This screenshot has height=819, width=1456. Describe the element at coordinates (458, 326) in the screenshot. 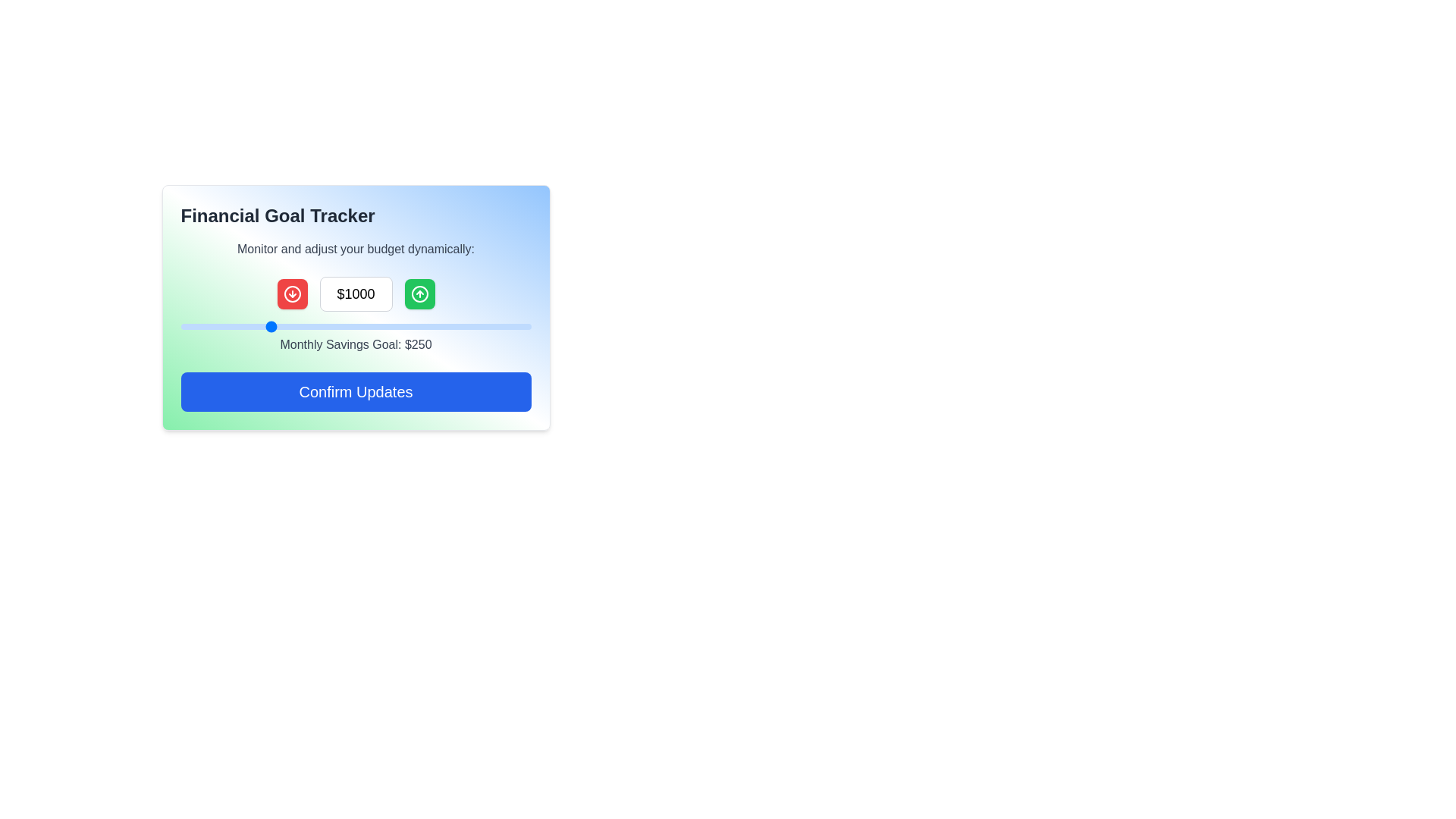

I see `the monthly savings goal` at that location.